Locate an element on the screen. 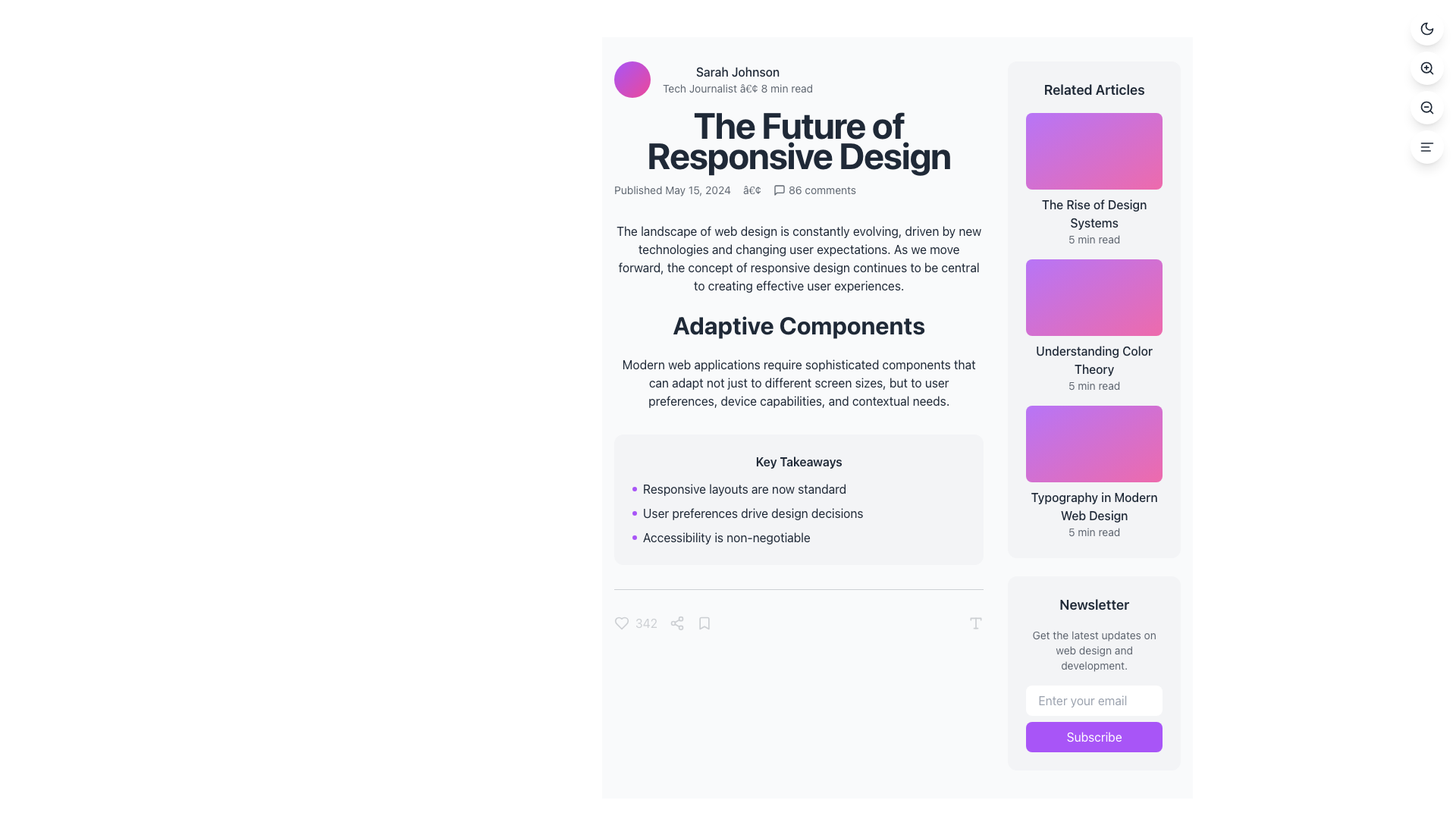 The width and height of the screenshot is (1456, 819). the third bullet point in the 'Key Takeaways' list that reads 'Accessibility is non-negotiable', which is indicated by a small purple circular dot to its left is located at coordinates (798, 537).